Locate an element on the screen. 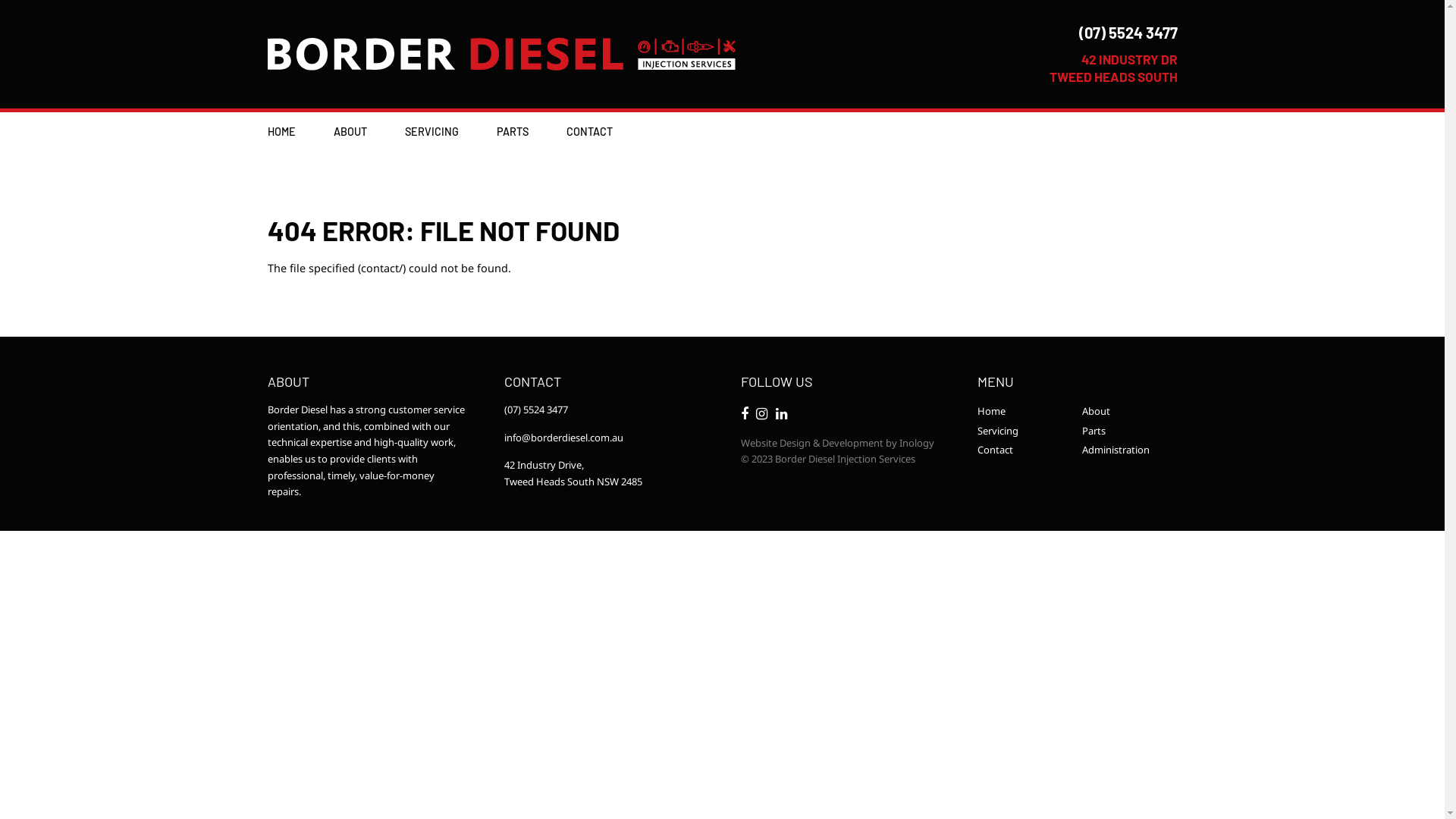 Image resolution: width=1456 pixels, height=819 pixels. 'PARTS' is located at coordinates (495, 130).